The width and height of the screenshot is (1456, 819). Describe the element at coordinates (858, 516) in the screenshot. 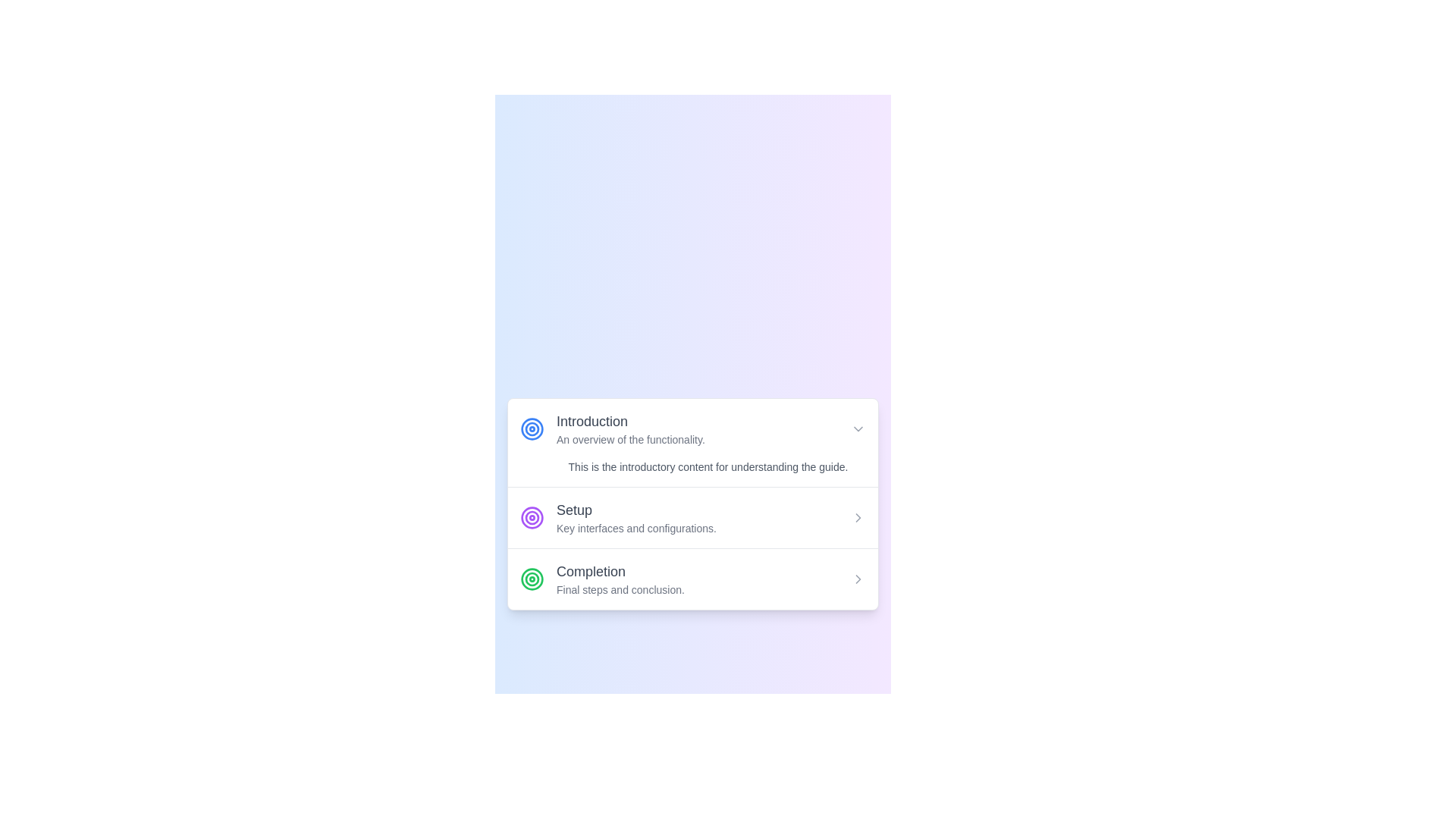

I see `the navigation indicator icon located in the 'Setup' row, which suggests there are more details or a submenu available` at that location.